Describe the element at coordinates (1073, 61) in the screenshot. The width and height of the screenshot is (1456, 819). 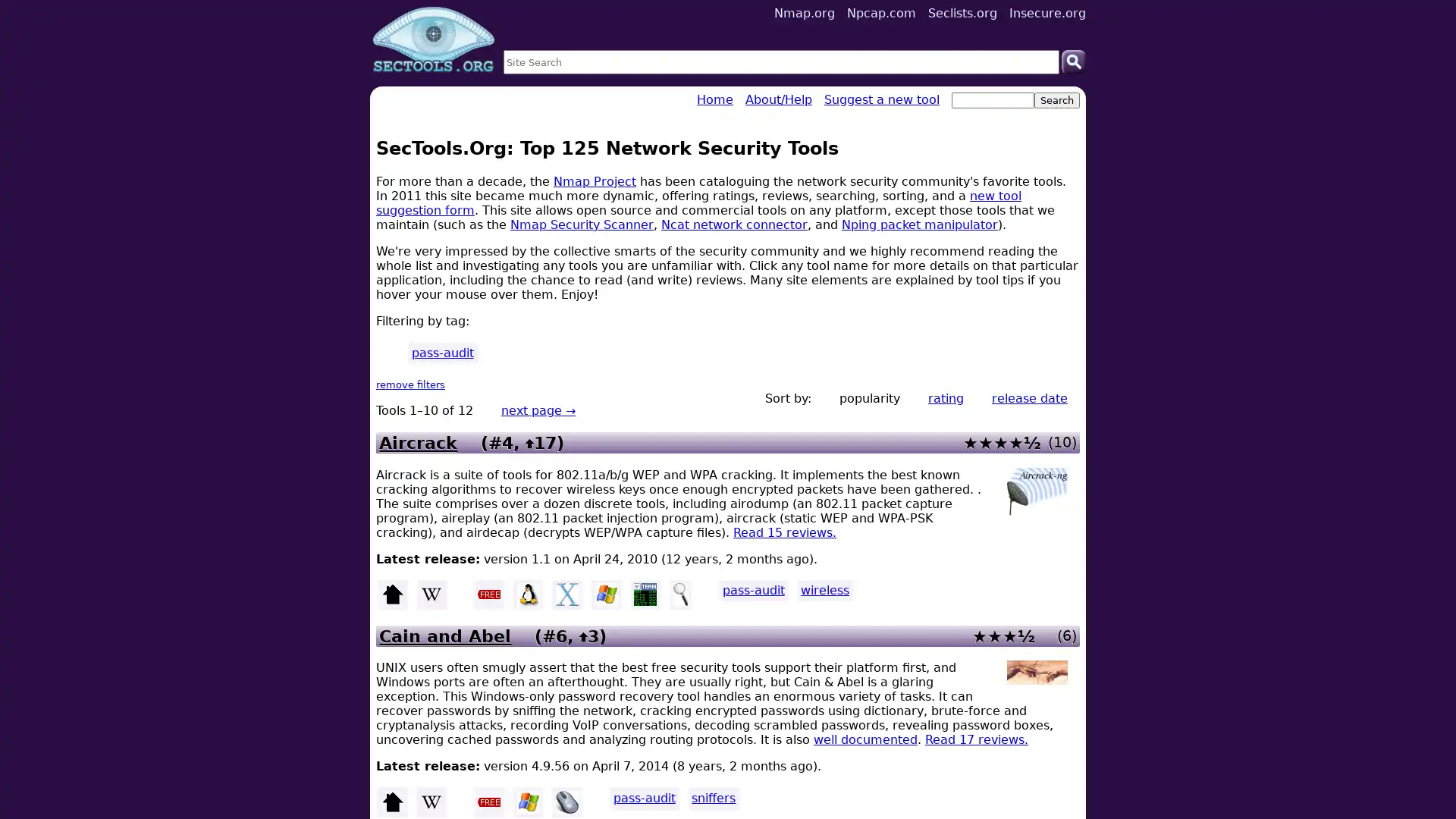
I see `Search` at that location.